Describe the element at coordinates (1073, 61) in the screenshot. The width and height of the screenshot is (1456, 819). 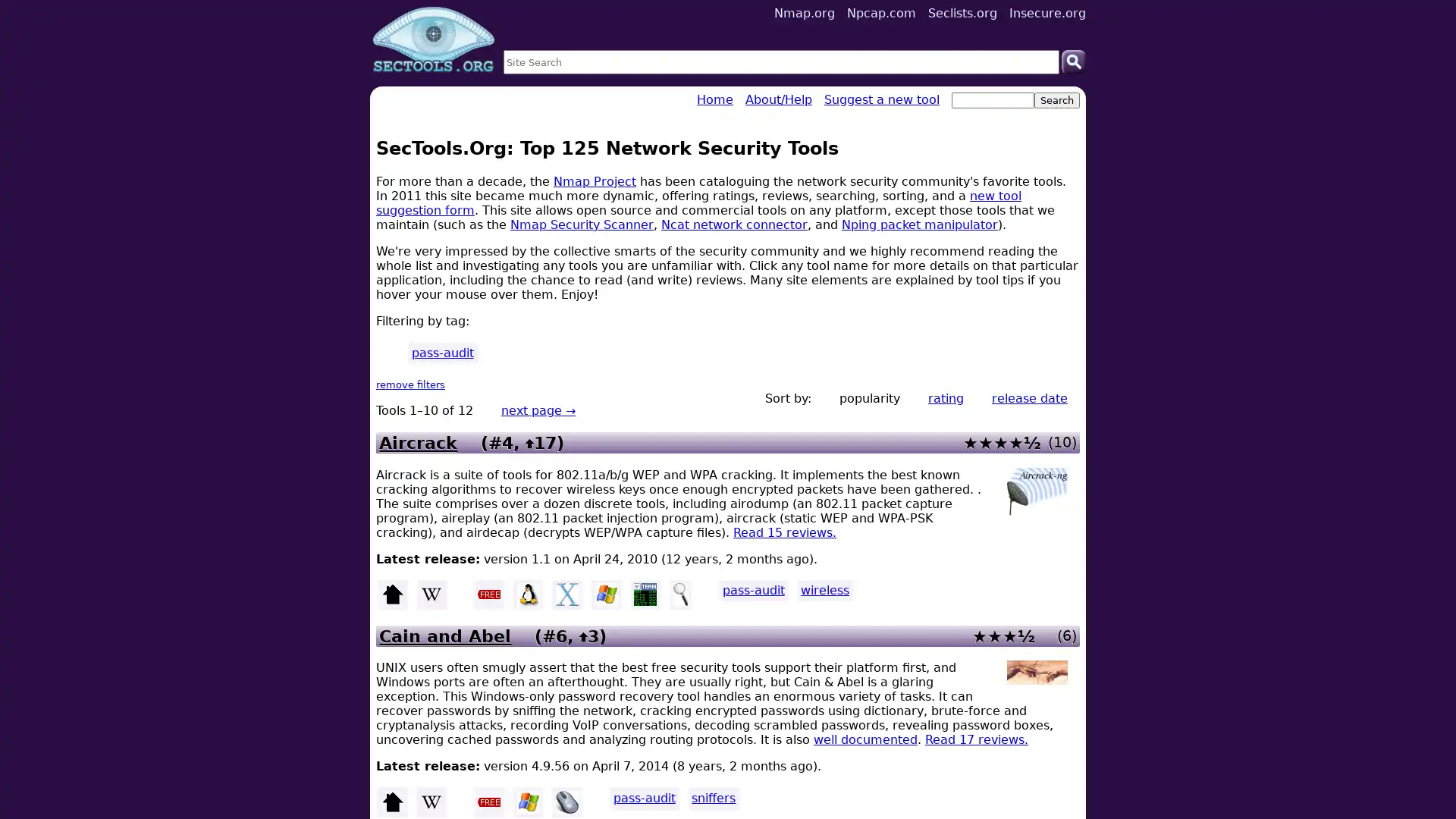
I see `Search` at that location.